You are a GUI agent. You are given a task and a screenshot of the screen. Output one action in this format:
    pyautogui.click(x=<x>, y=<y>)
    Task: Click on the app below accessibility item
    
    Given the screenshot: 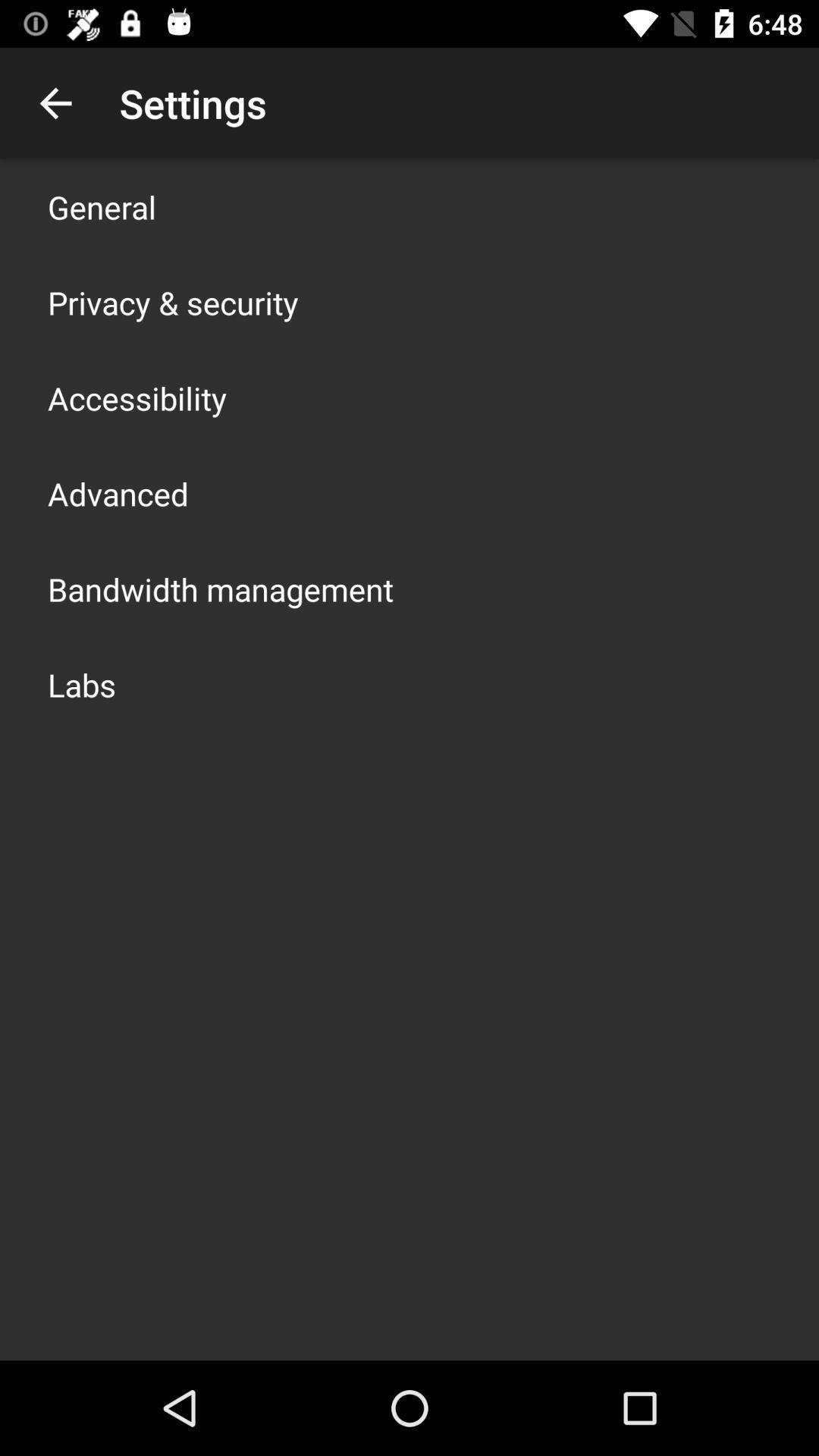 What is the action you would take?
    pyautogui.click(x=117, y=494)
    